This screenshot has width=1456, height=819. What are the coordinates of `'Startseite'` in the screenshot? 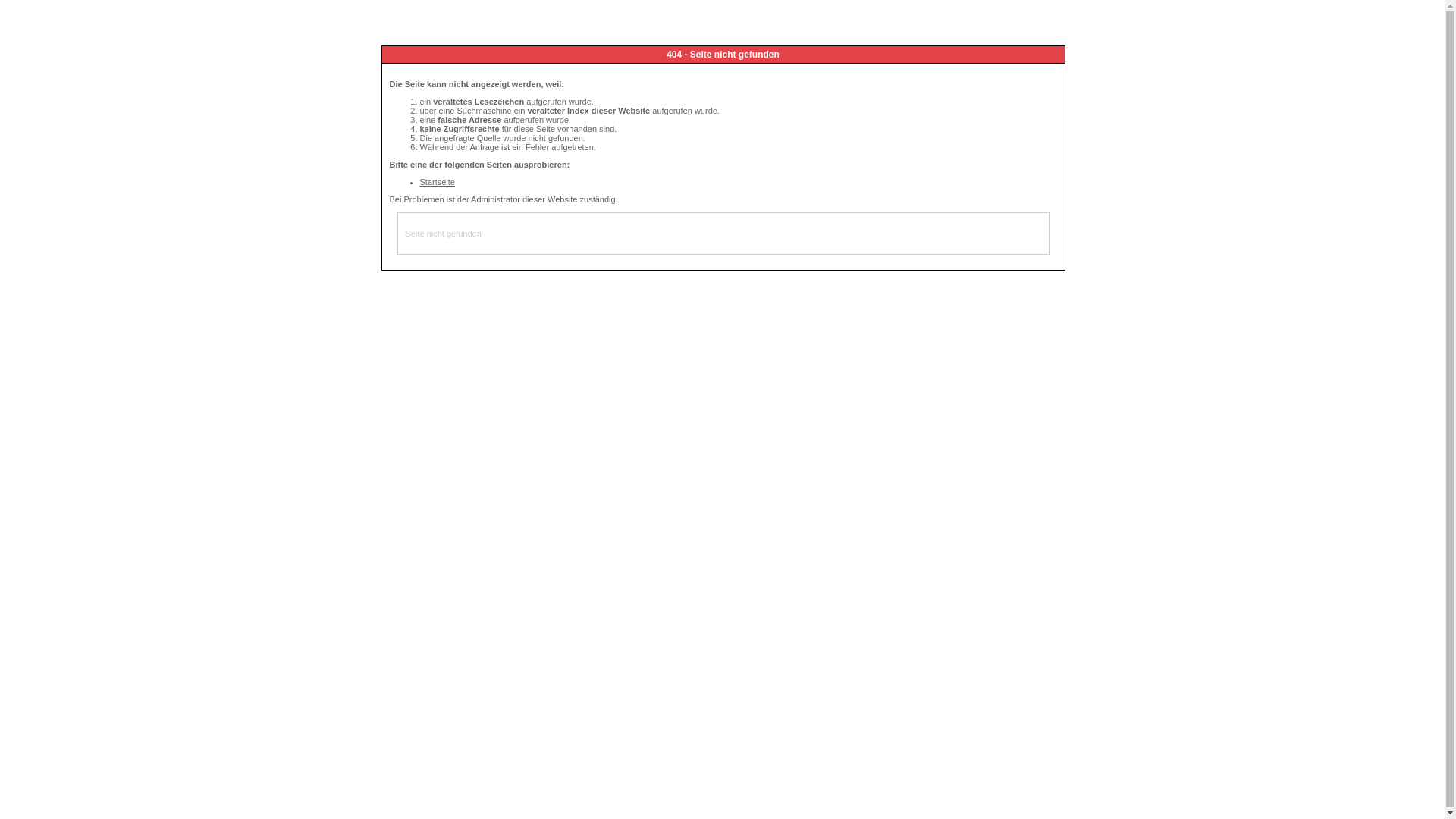 It's located at (419, 180).